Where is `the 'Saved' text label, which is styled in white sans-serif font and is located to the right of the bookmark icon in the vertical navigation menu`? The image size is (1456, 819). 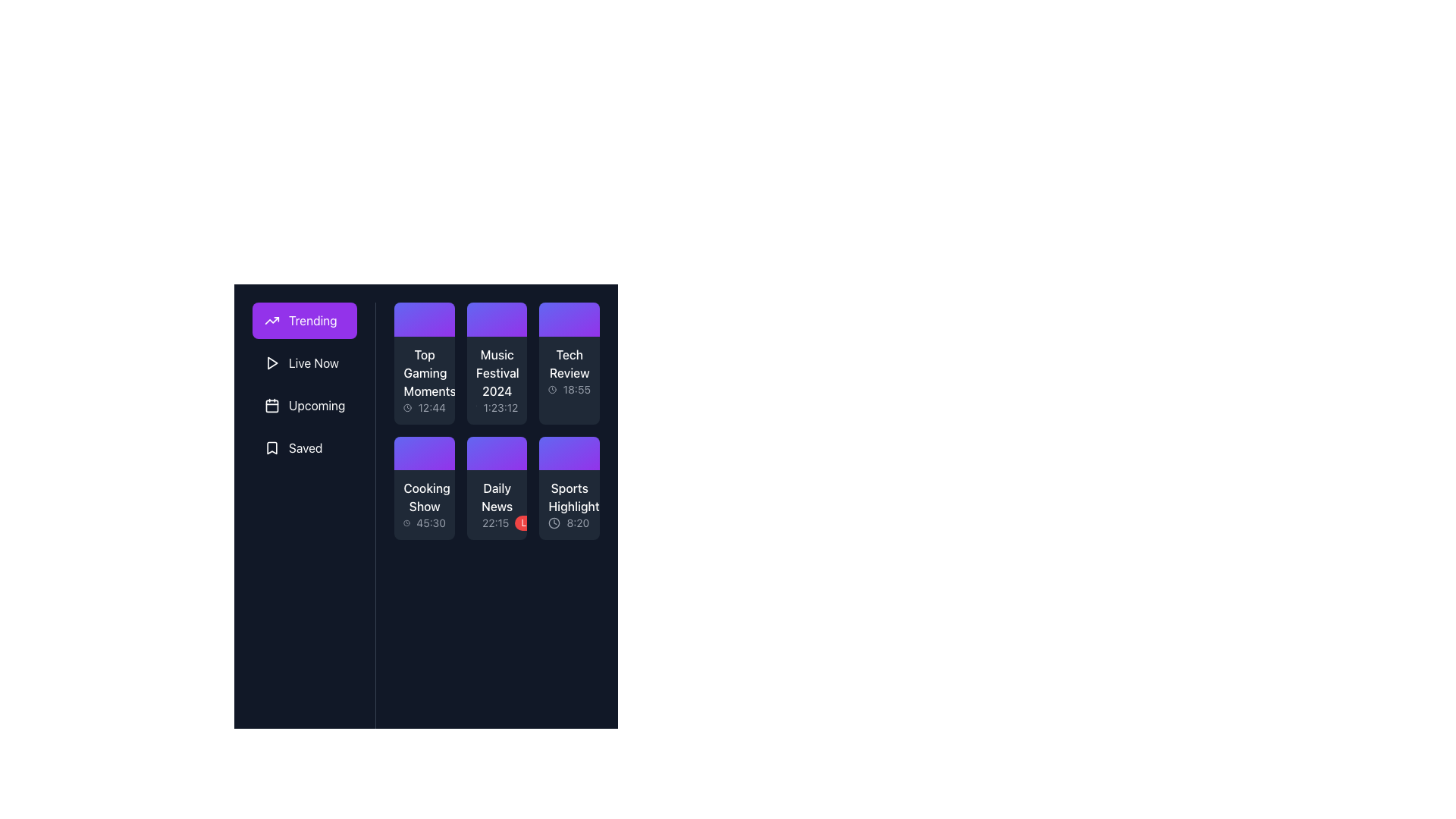
the 'Saved' text label, which is styled in white sans-serif font and is located to the right of the bookmark icon in the vertical navigation menu is located at coordinates (305, 447).